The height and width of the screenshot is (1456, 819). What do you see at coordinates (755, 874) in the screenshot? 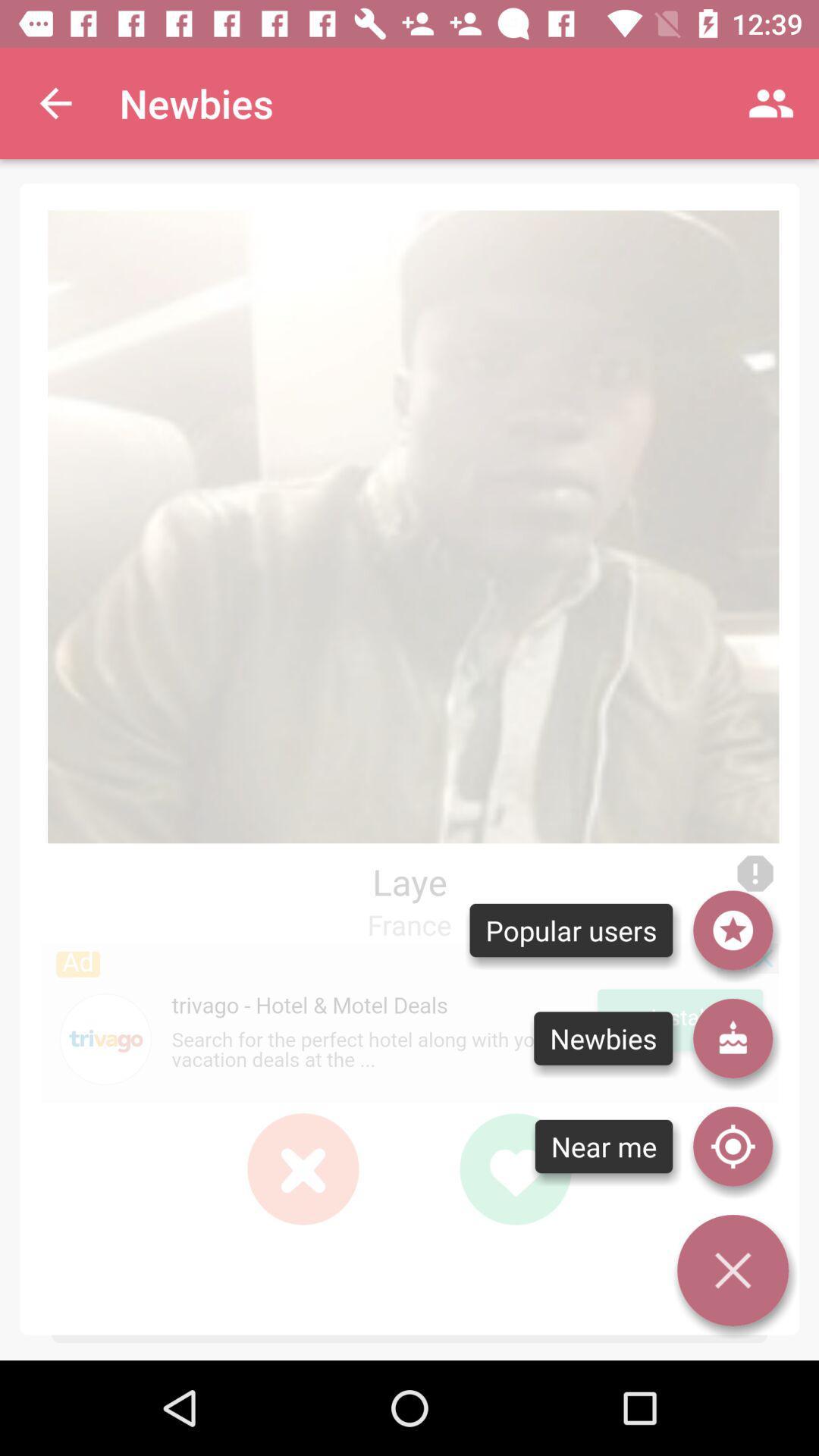
I see `the warning icon` at bounding box center [755, 874].